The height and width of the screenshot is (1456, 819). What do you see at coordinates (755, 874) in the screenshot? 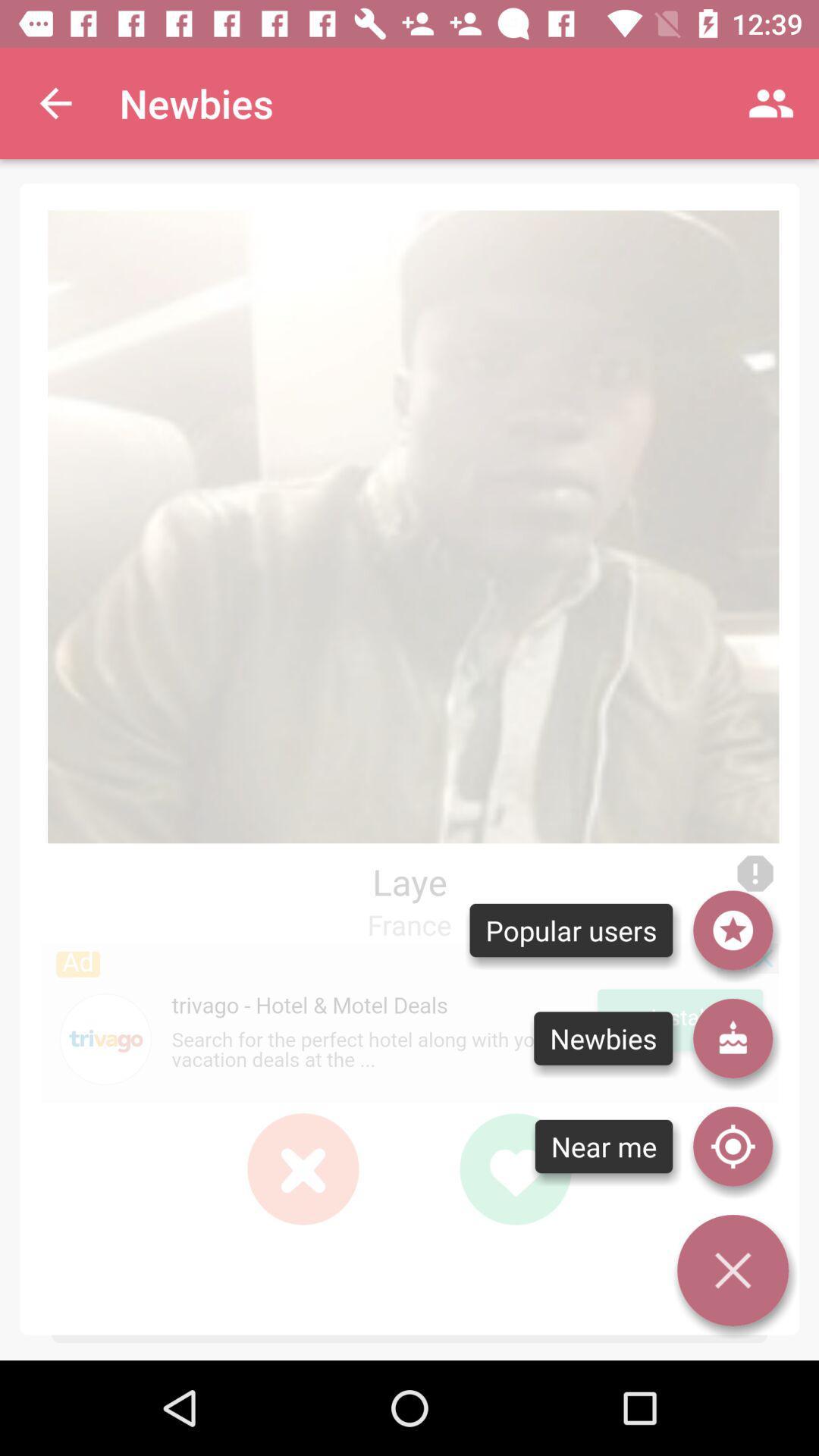
I see `the warning icon` at bounding box center [755, 874].